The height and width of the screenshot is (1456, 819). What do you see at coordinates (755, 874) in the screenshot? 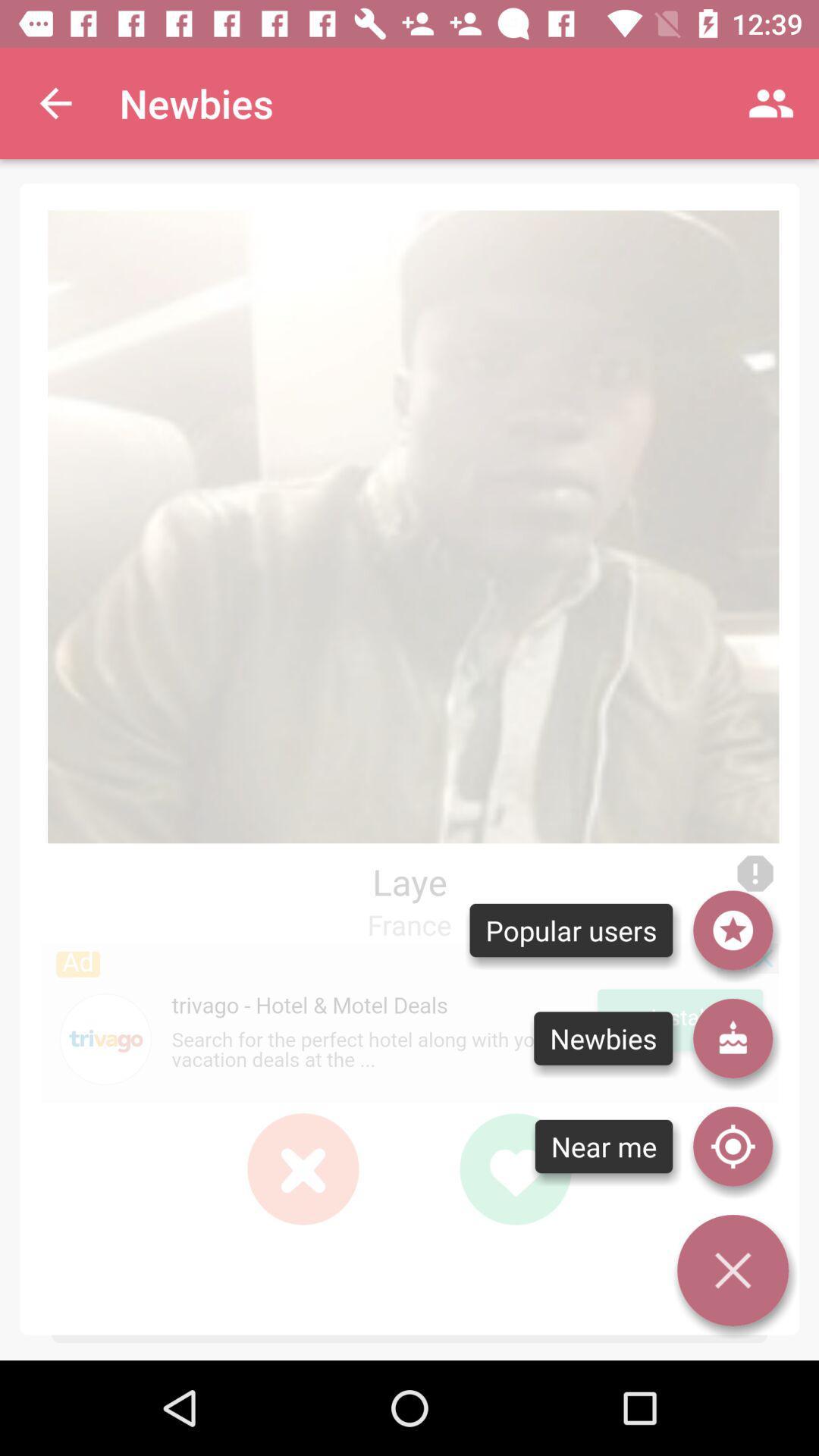
I see `the warning icon` at bounding box center [755, 874].